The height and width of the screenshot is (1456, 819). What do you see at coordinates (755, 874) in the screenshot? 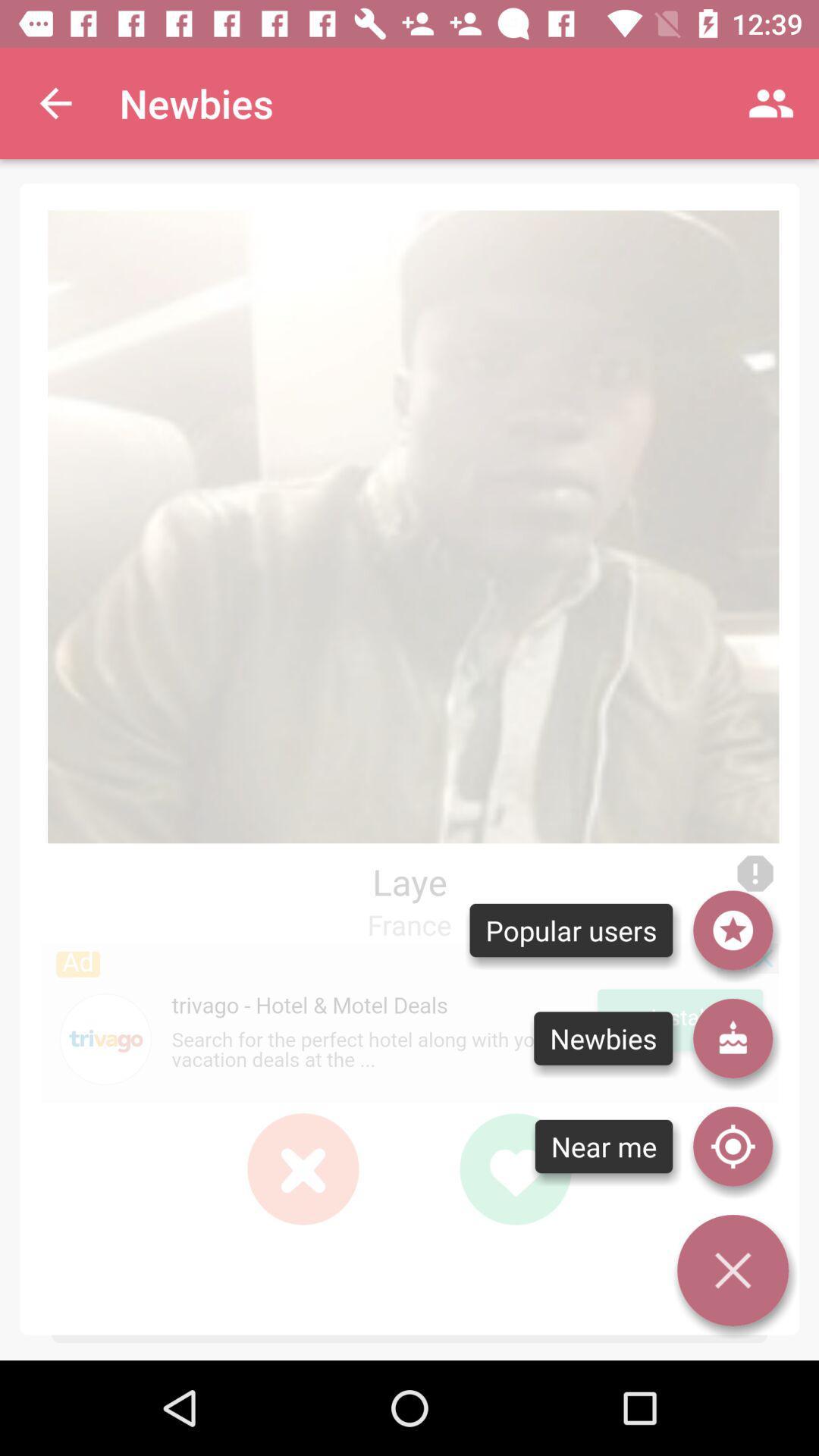
I see `the warning icon` at bounding box center [755, 874].